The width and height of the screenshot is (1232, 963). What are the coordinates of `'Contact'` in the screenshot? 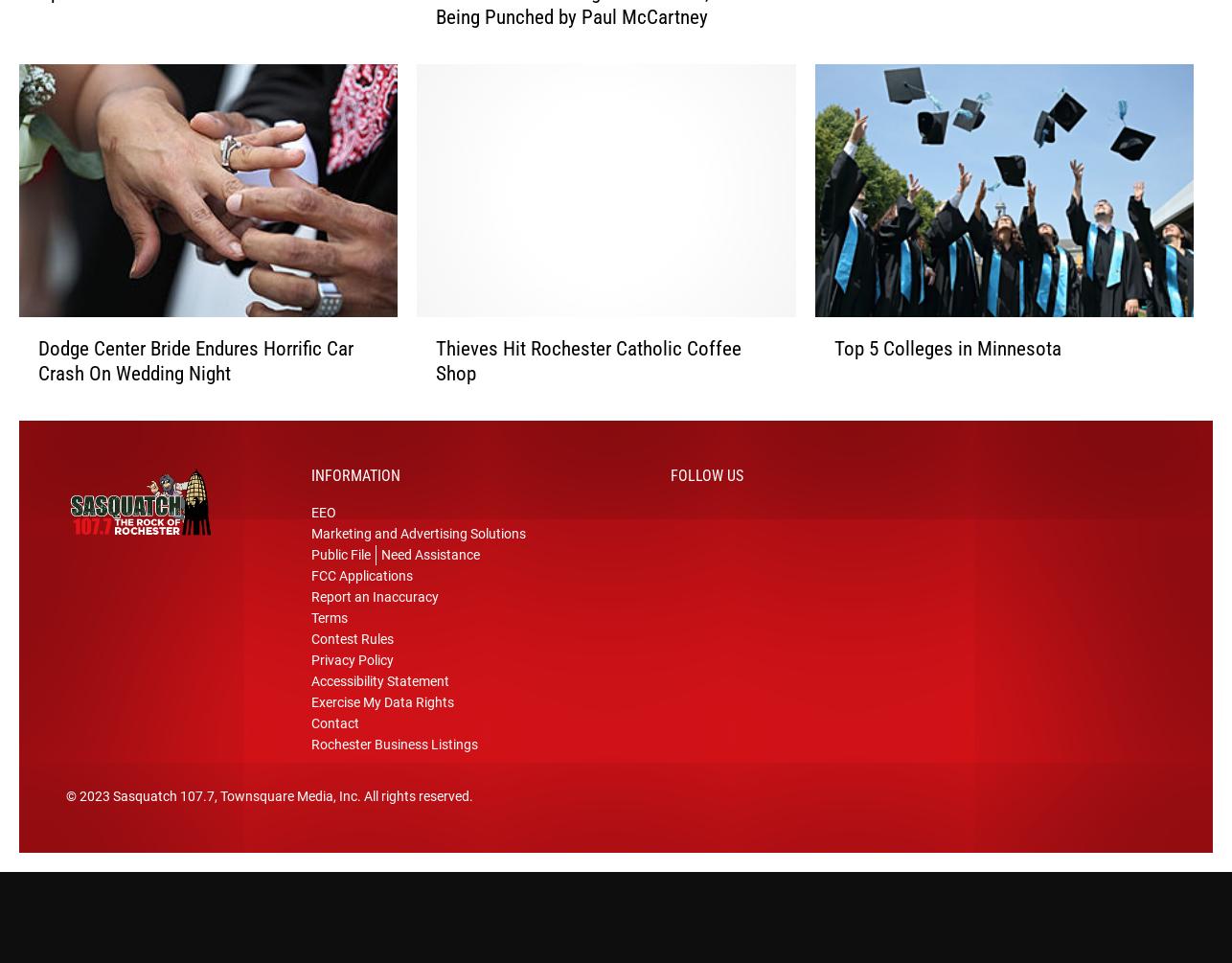 It's located at (334, 730).